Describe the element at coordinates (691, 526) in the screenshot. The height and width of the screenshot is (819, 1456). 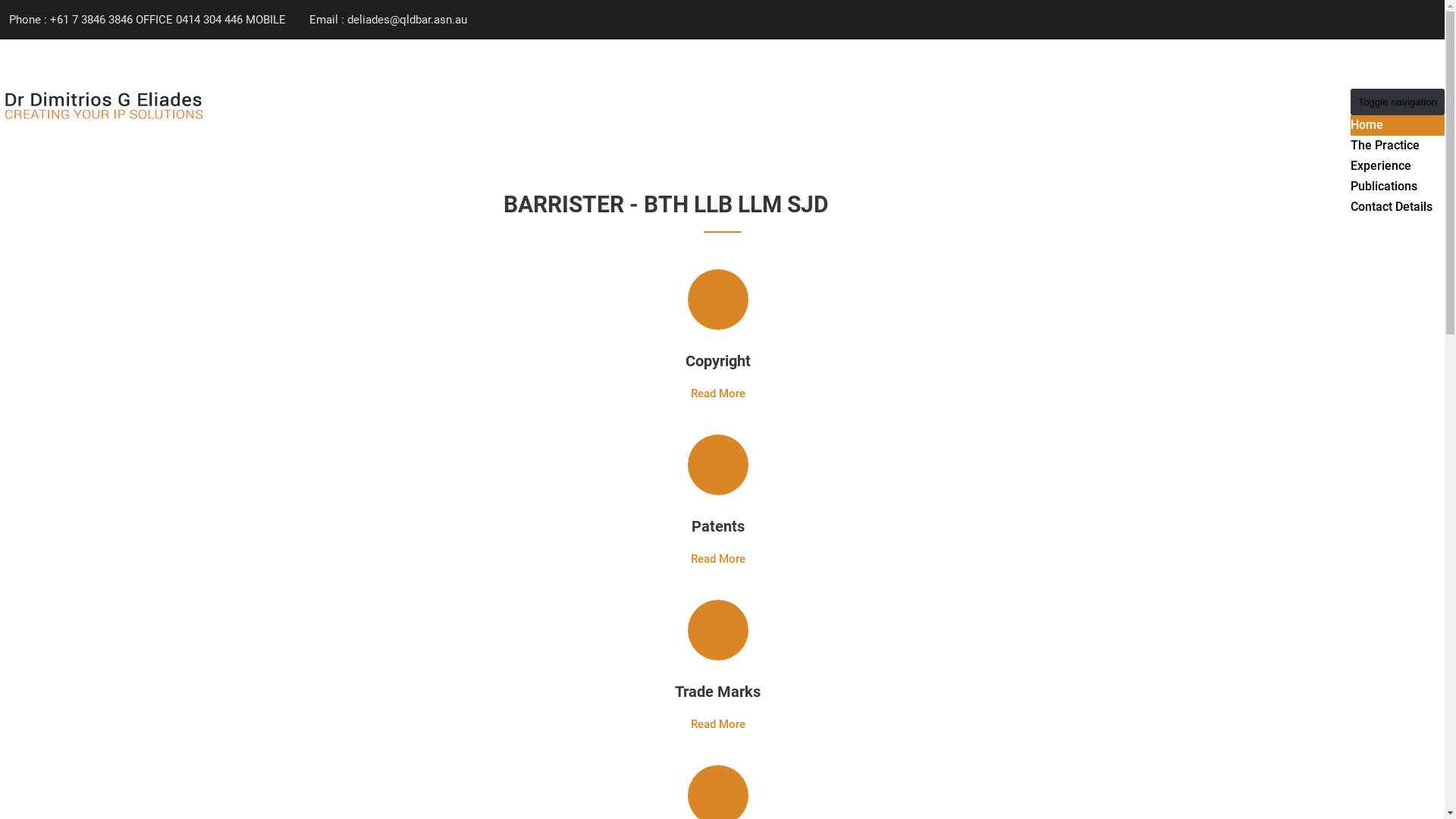
I see `'Patents'` at that location.